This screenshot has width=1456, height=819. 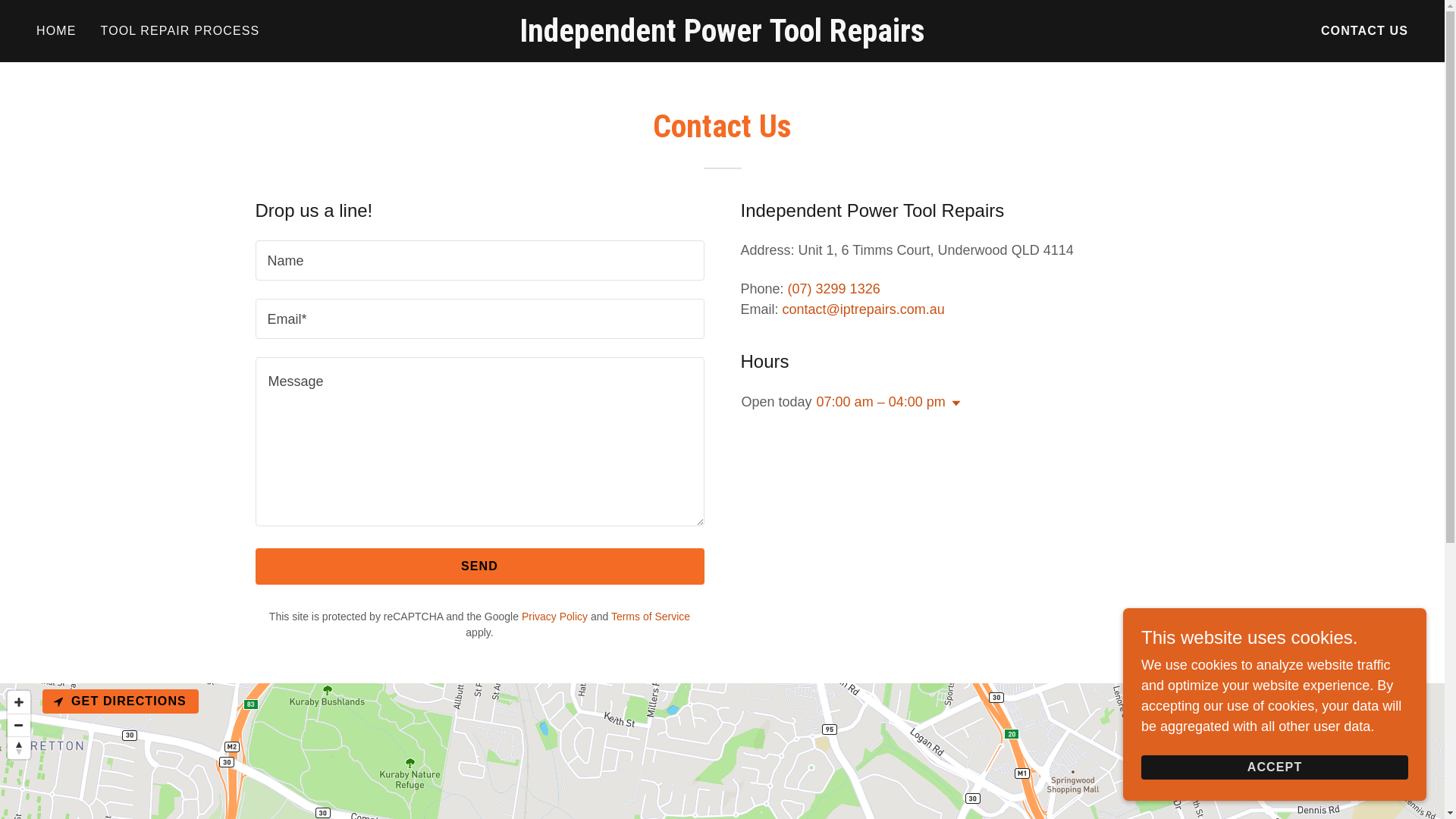 I want to click on 'Privacy Policy', so click(x=554, y=617).